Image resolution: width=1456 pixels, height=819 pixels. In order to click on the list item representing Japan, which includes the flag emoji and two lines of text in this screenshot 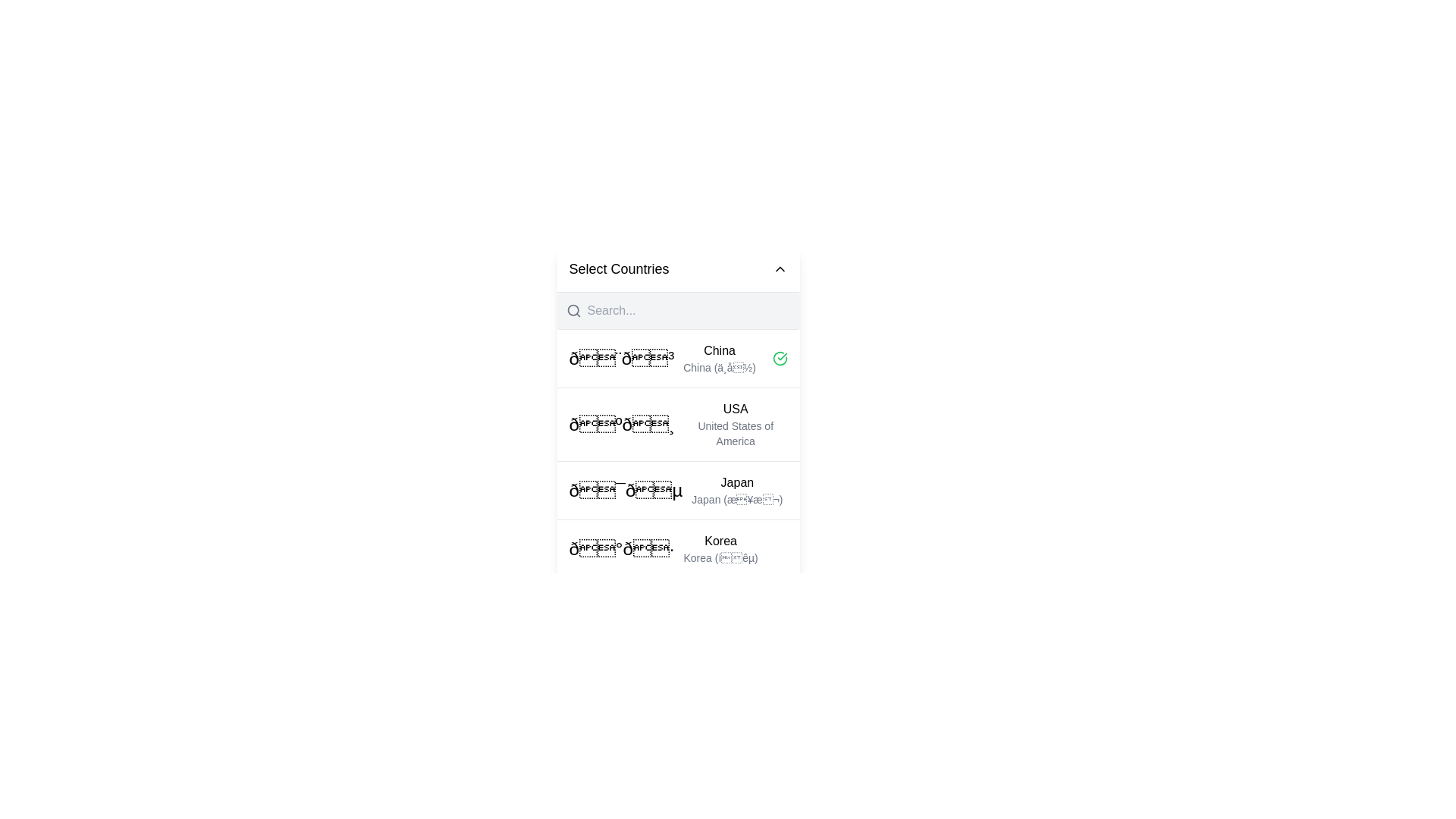, I will do `click(677, 490)`.